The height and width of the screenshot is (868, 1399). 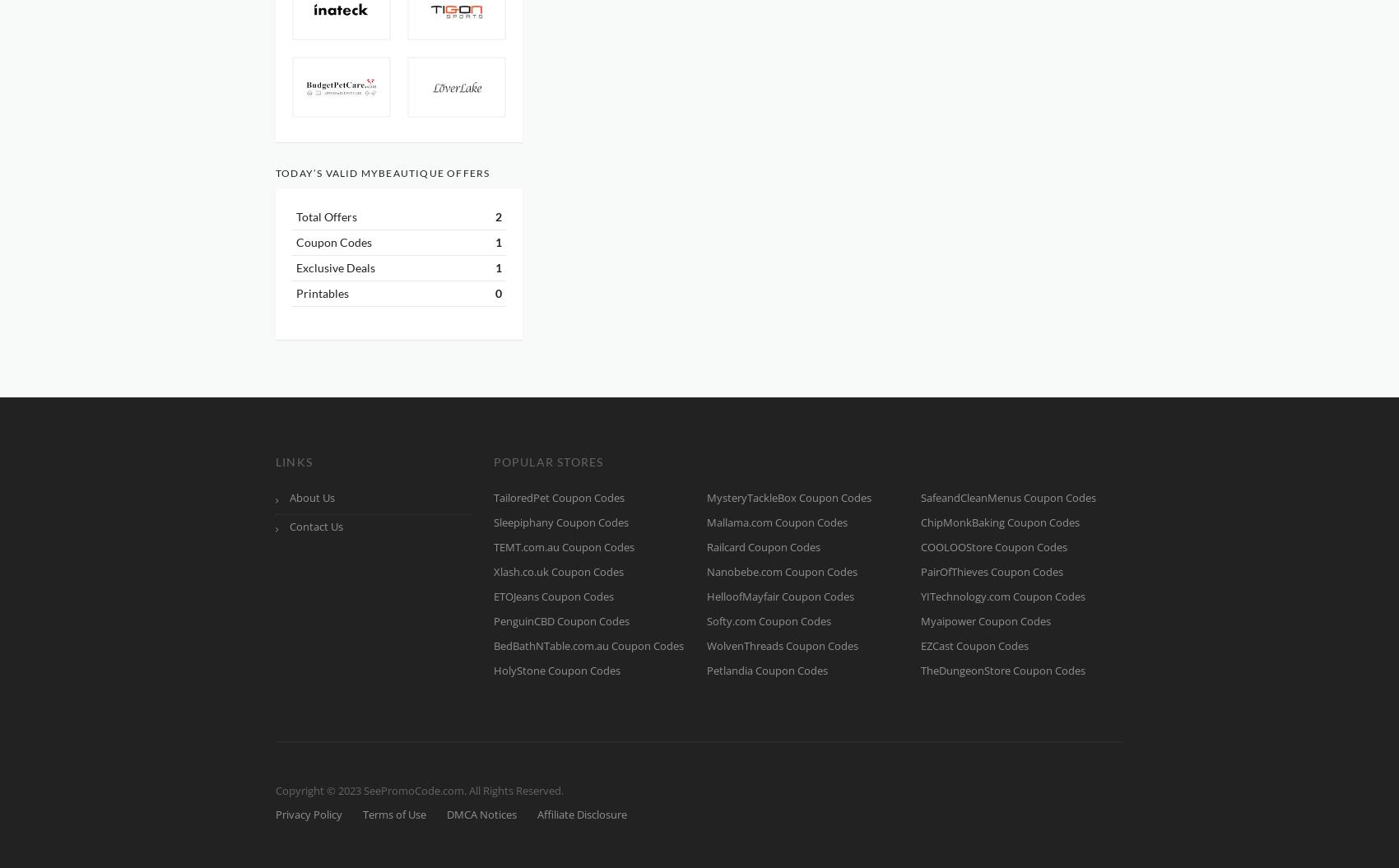 I want to click on 'HolyStone Coupon Codes', so click(x=555, y=669).